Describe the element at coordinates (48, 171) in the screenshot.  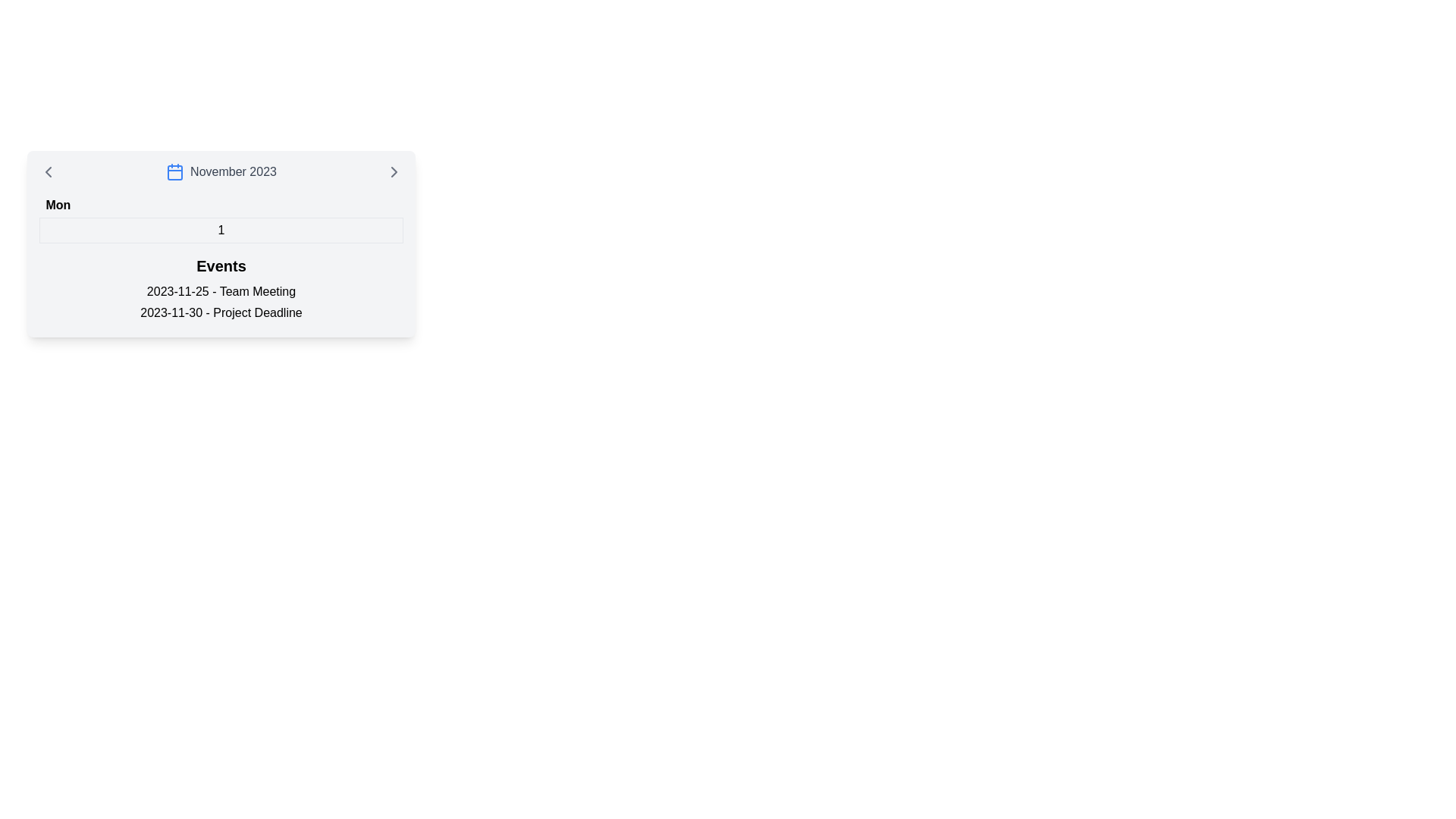
I see `the leftward arrow icon representing the previous month in the calendar UI for keyboard interaction` at that location.